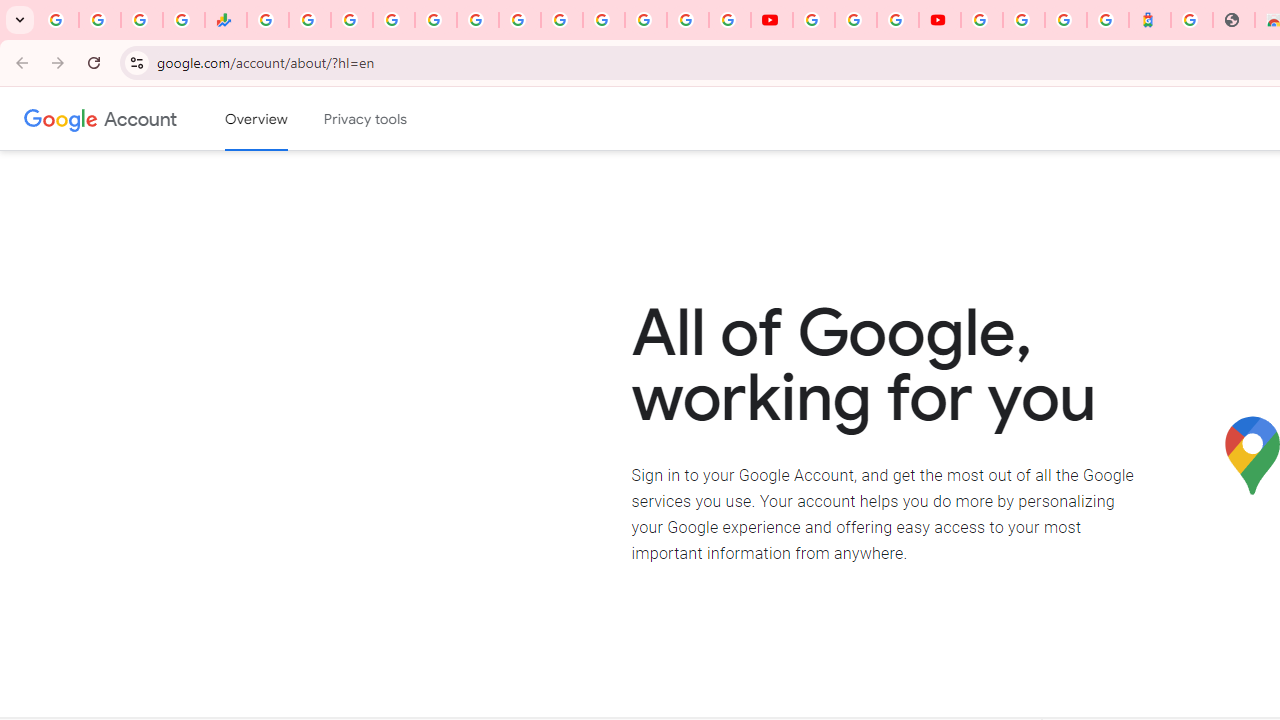 This screenshot has height=720, width=1280. I want to click on 'YouTube', so click(771, 20).